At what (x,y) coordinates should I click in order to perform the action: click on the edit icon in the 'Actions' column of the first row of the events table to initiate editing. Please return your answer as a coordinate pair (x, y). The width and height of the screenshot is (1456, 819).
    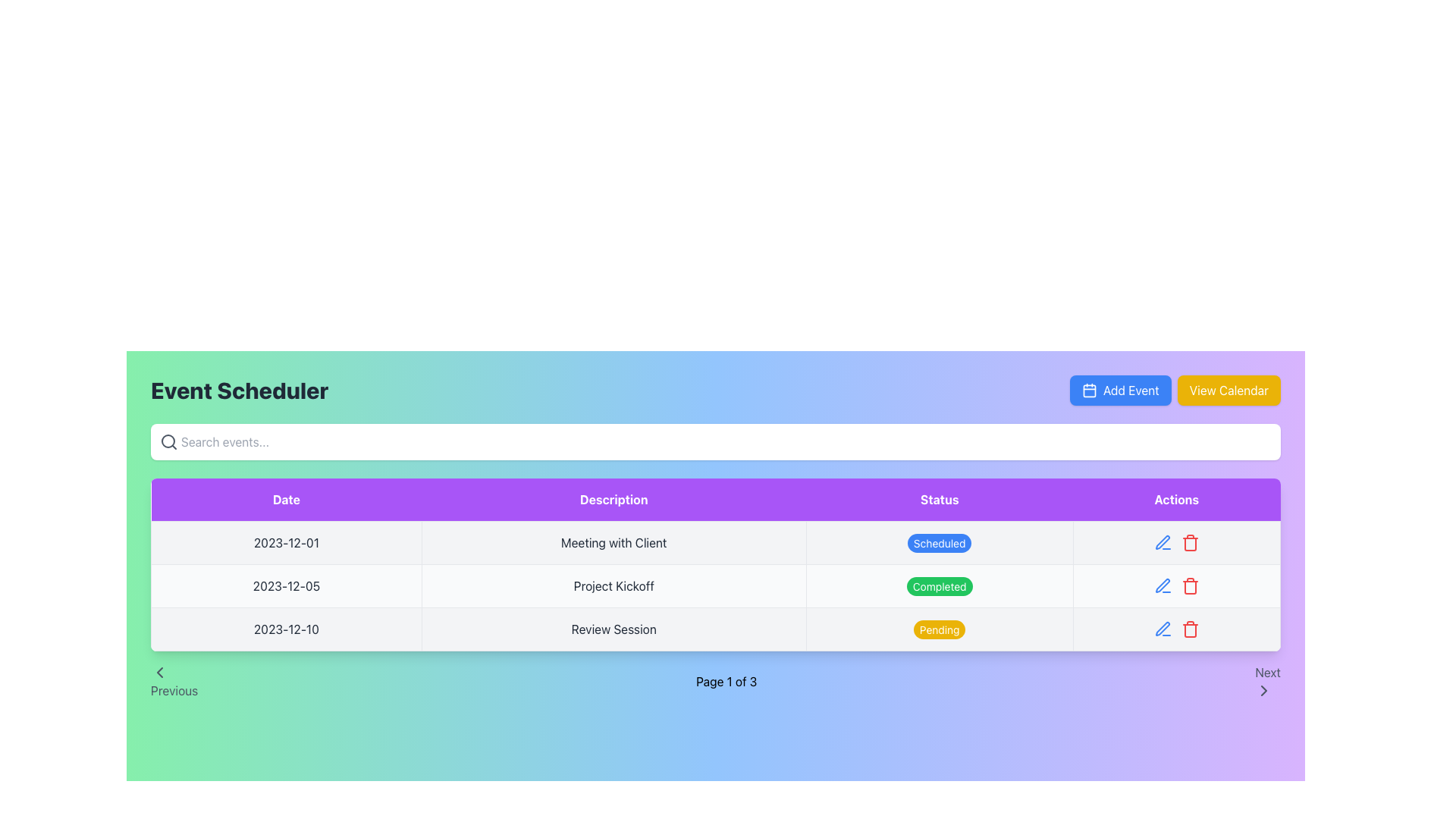
    Looking at the image, I should click on (1175, 542).